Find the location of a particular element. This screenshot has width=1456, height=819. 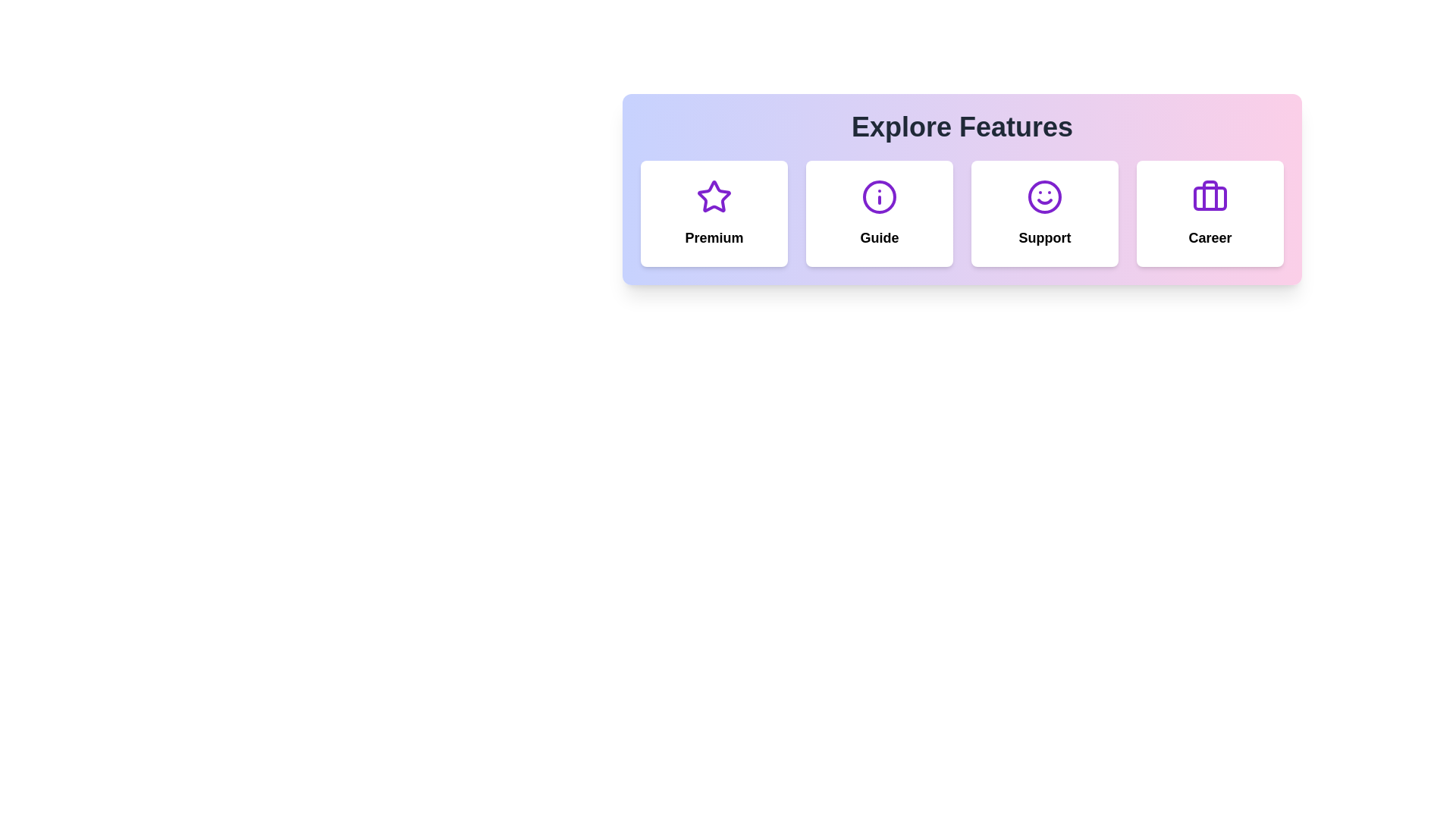

the premium feature star icon located in the first card under the 'Explore Features' heading is located at coordinates (713, 196).